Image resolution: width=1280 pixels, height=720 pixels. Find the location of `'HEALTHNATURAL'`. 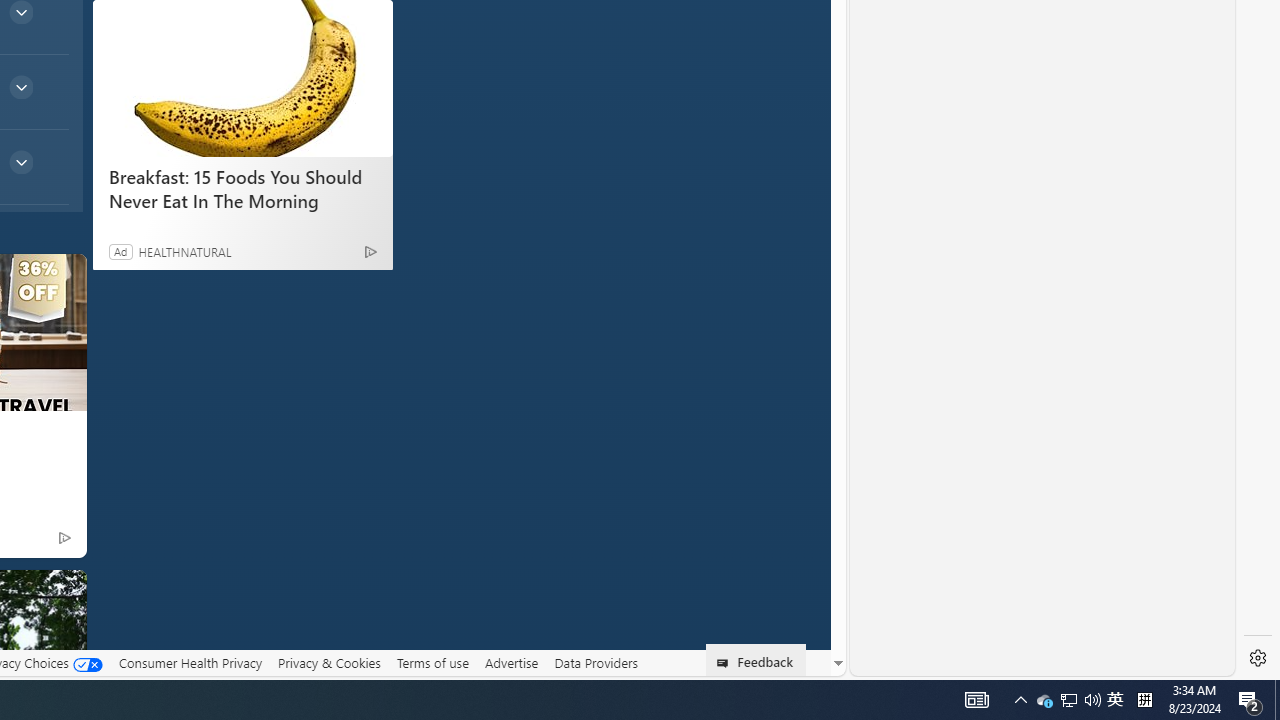

'HEALTHNATURAL' is located at coordinates (184, 250).